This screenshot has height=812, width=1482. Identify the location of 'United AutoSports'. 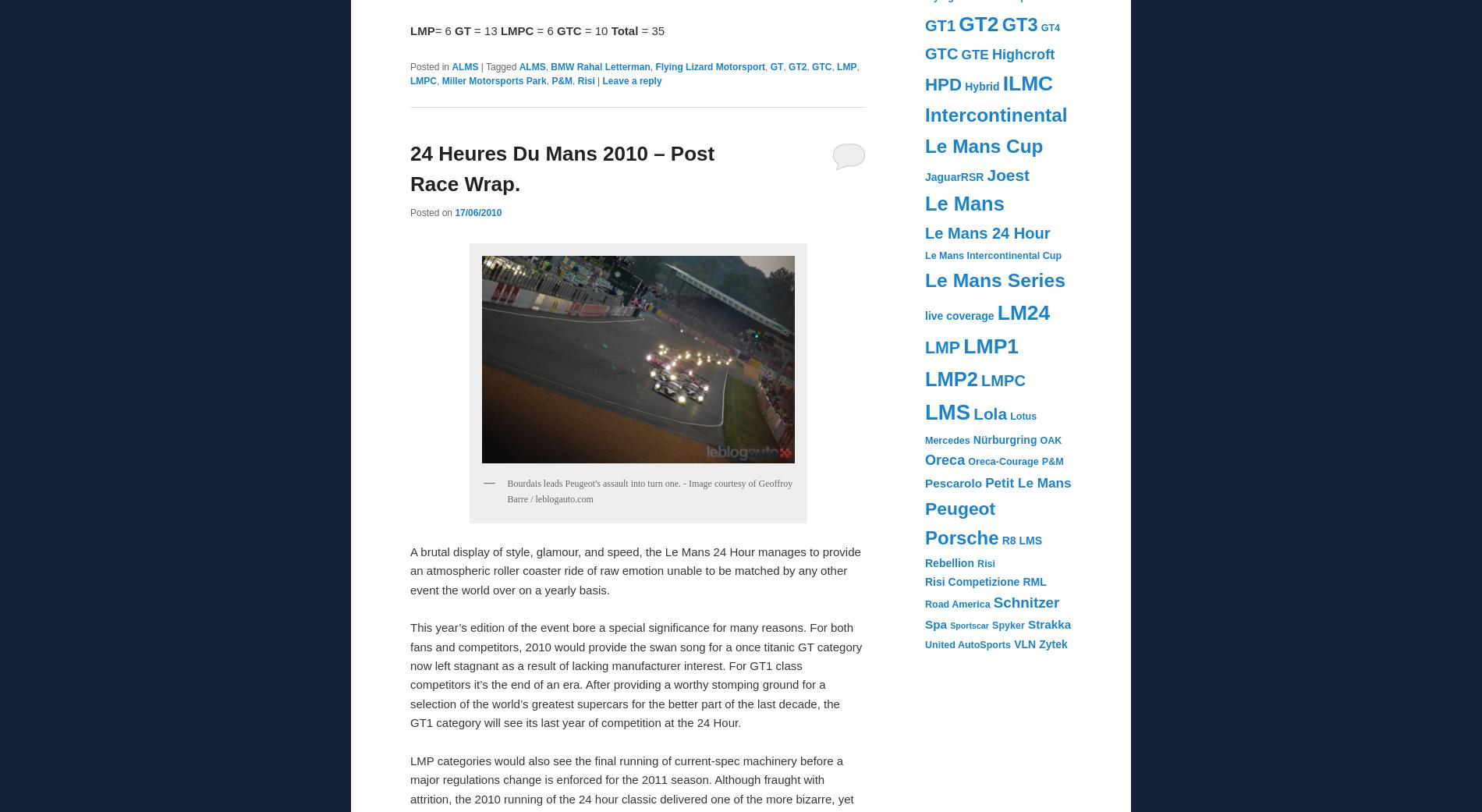
(924, 644).